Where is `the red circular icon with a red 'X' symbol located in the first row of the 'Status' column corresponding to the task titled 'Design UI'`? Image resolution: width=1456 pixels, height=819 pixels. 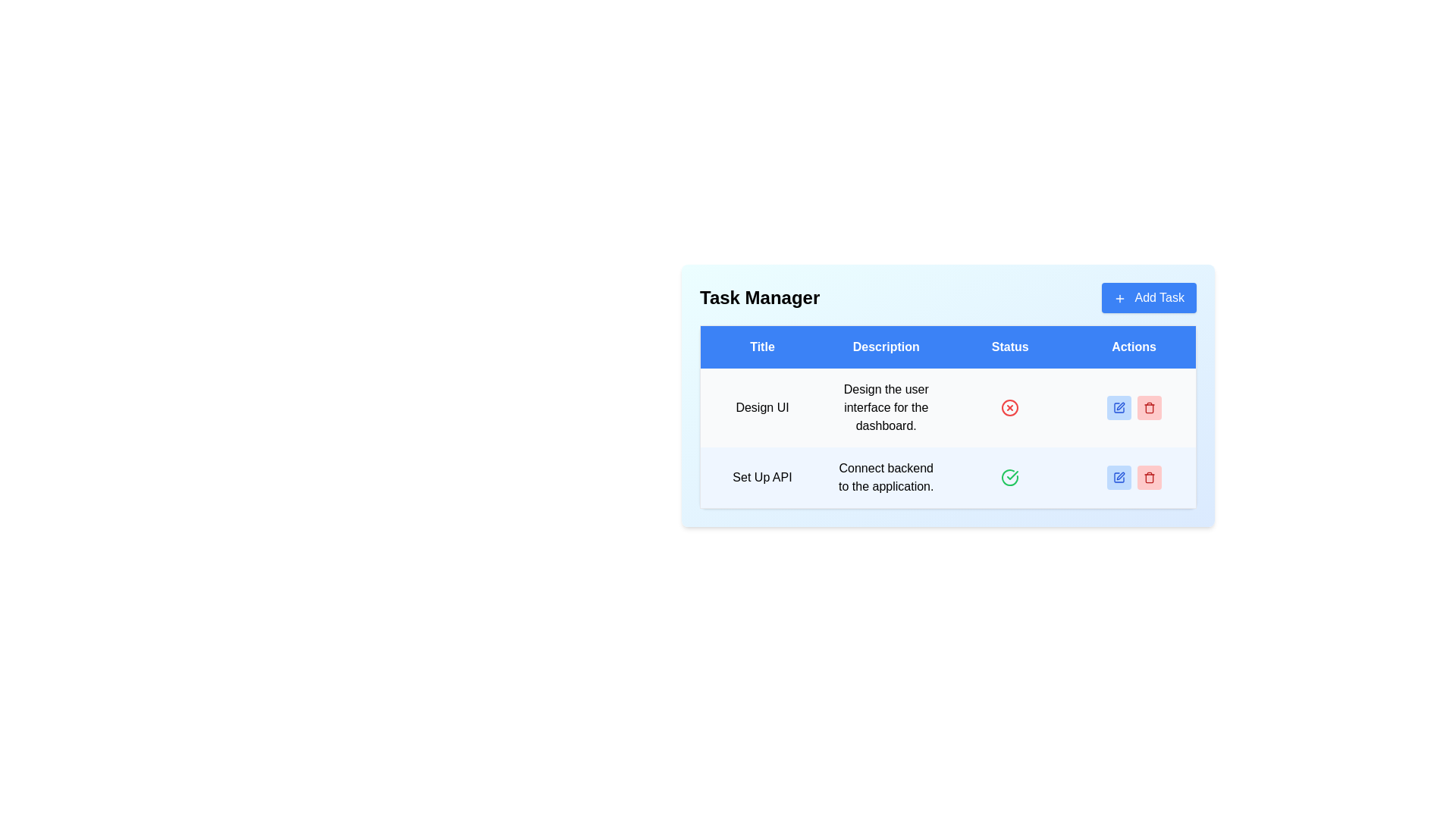
the red circular icon with a red 'X' symbol located in the first row of the 'Status' column corresponding to the task titled 'Design UI' is located at coordinates (1010, 406).